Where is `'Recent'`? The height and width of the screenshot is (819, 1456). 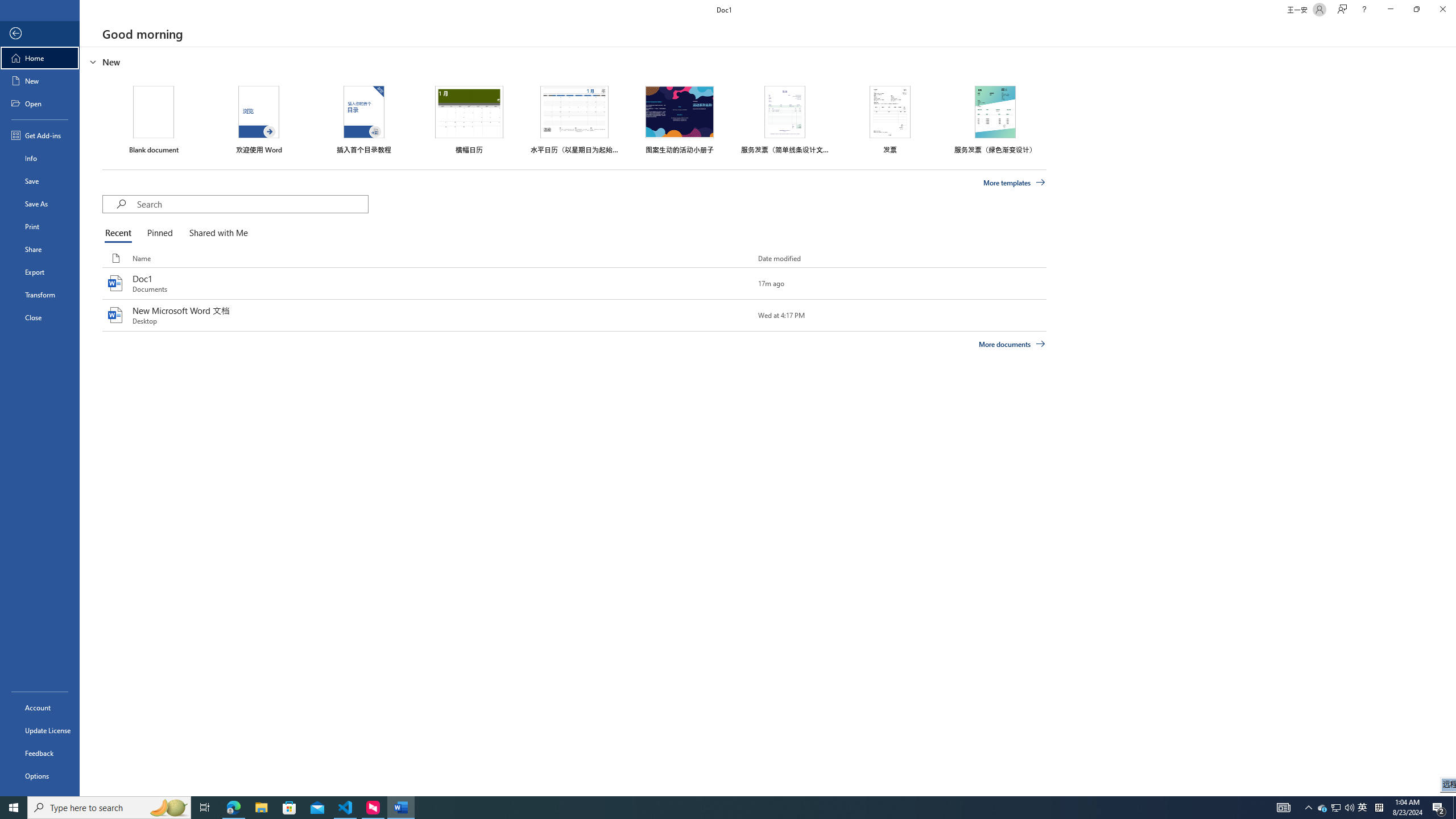
'Recent' is located at coordinates (120, 233).